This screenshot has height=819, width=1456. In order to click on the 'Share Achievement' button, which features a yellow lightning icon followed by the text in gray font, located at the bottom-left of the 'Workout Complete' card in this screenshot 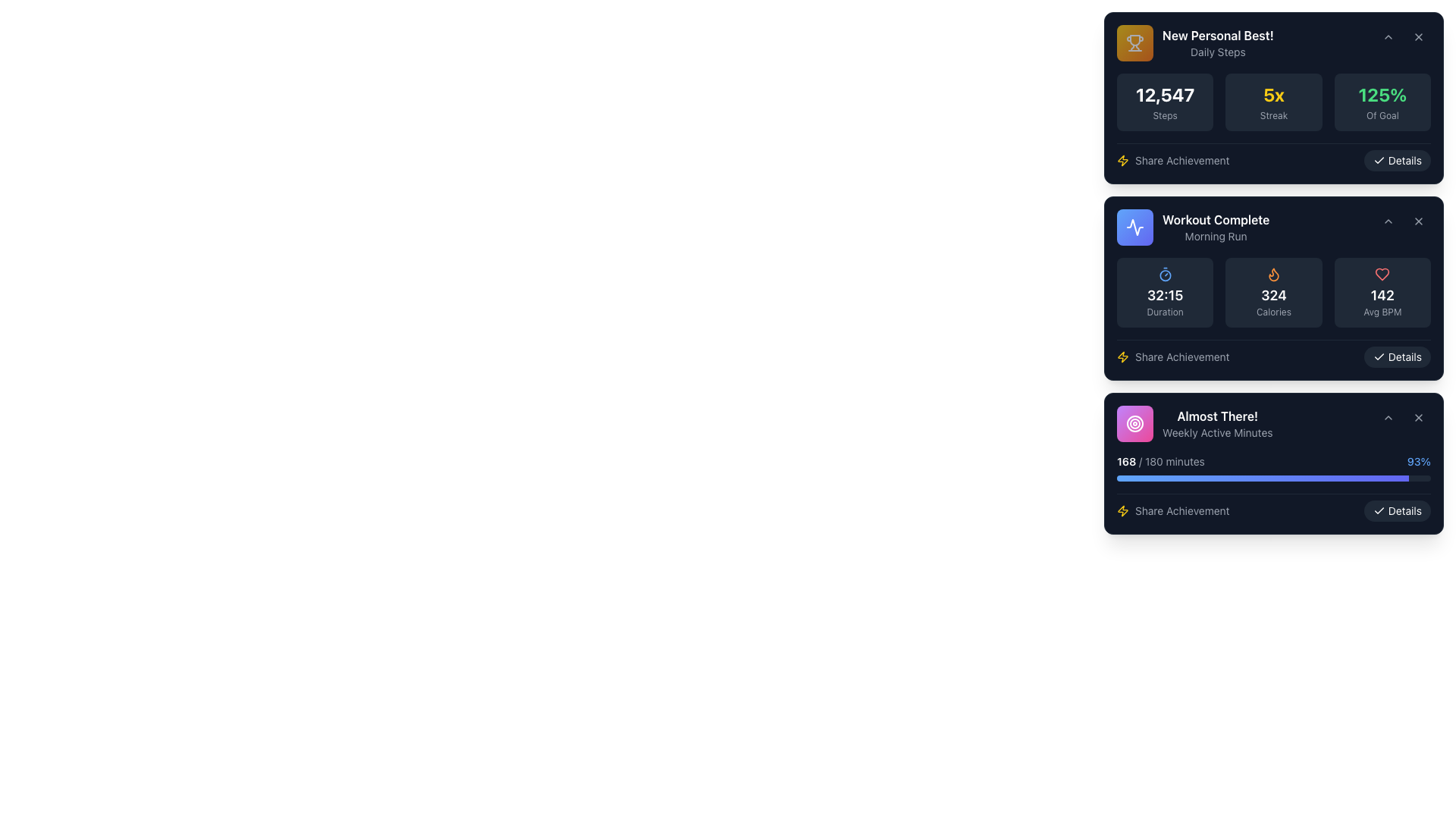, I will do `click(1172, 356)`.